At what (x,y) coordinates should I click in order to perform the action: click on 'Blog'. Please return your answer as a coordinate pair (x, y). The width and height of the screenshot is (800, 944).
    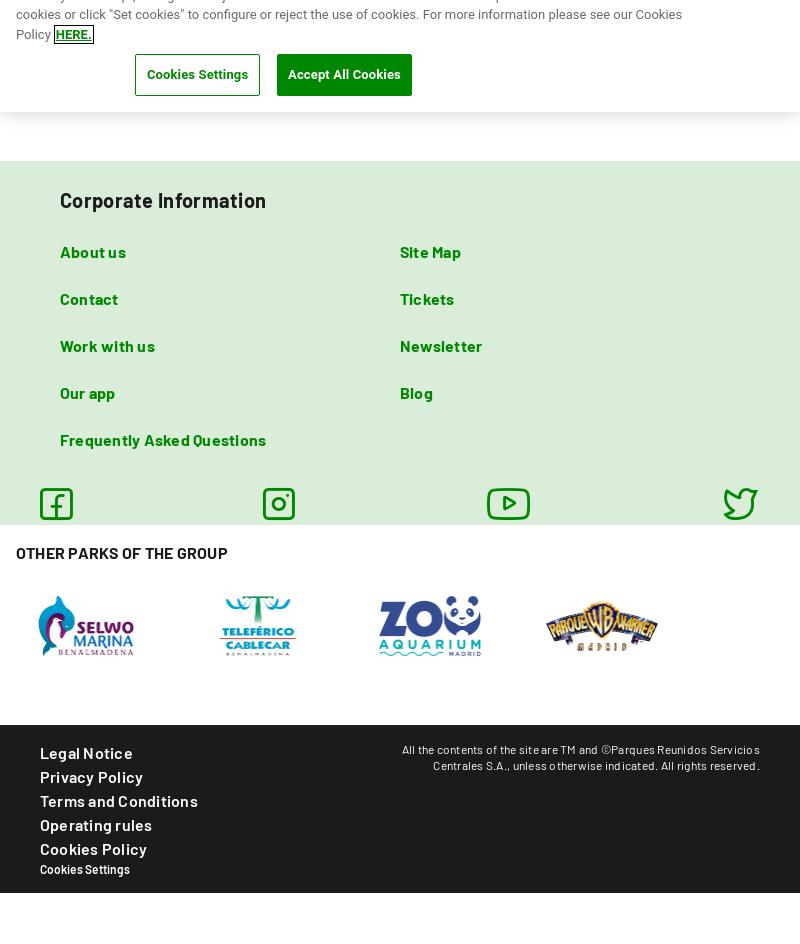
    Looking at the image, I should click on (416, 391).